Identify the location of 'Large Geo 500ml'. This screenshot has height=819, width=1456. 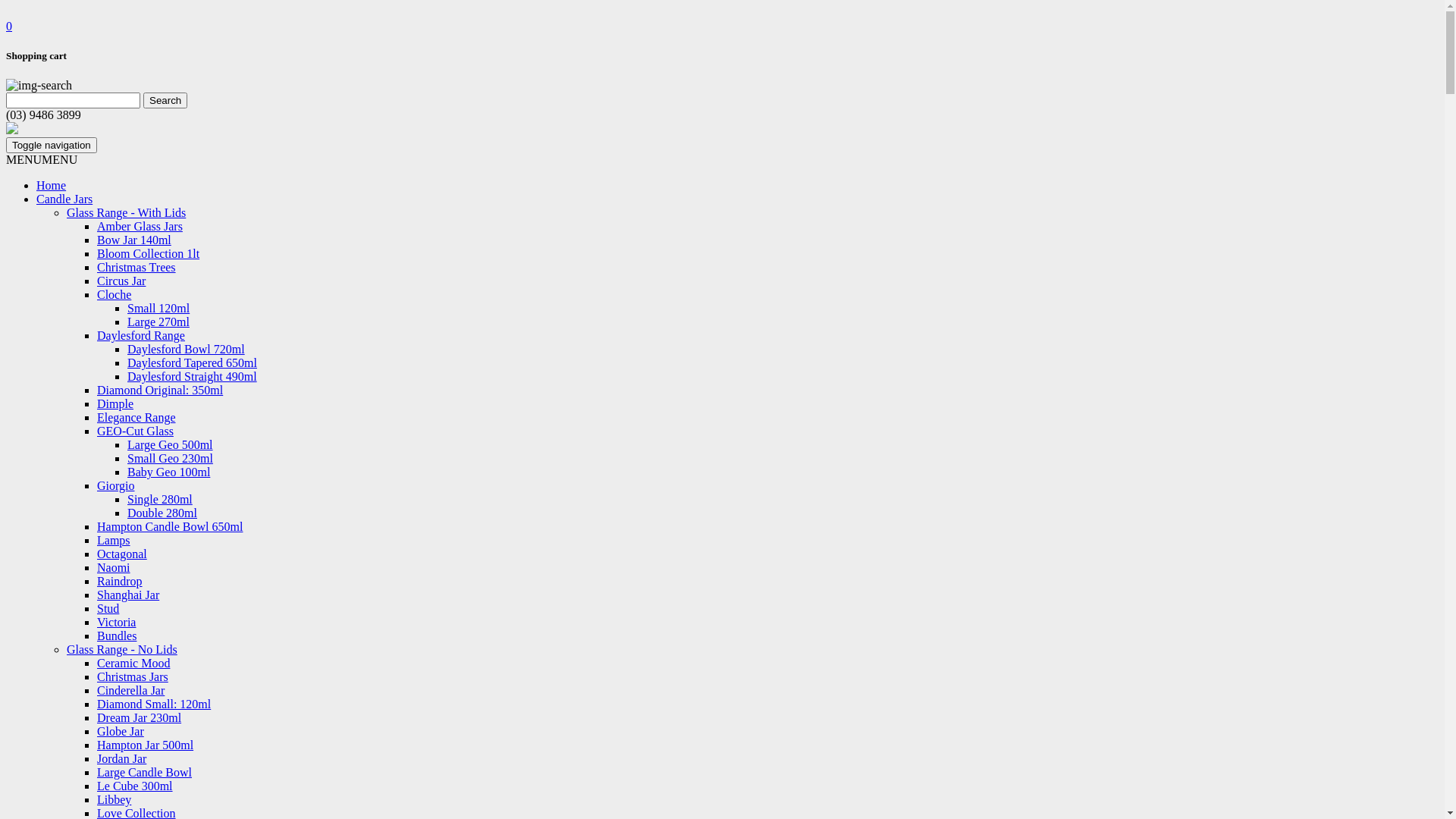
(170, 444).